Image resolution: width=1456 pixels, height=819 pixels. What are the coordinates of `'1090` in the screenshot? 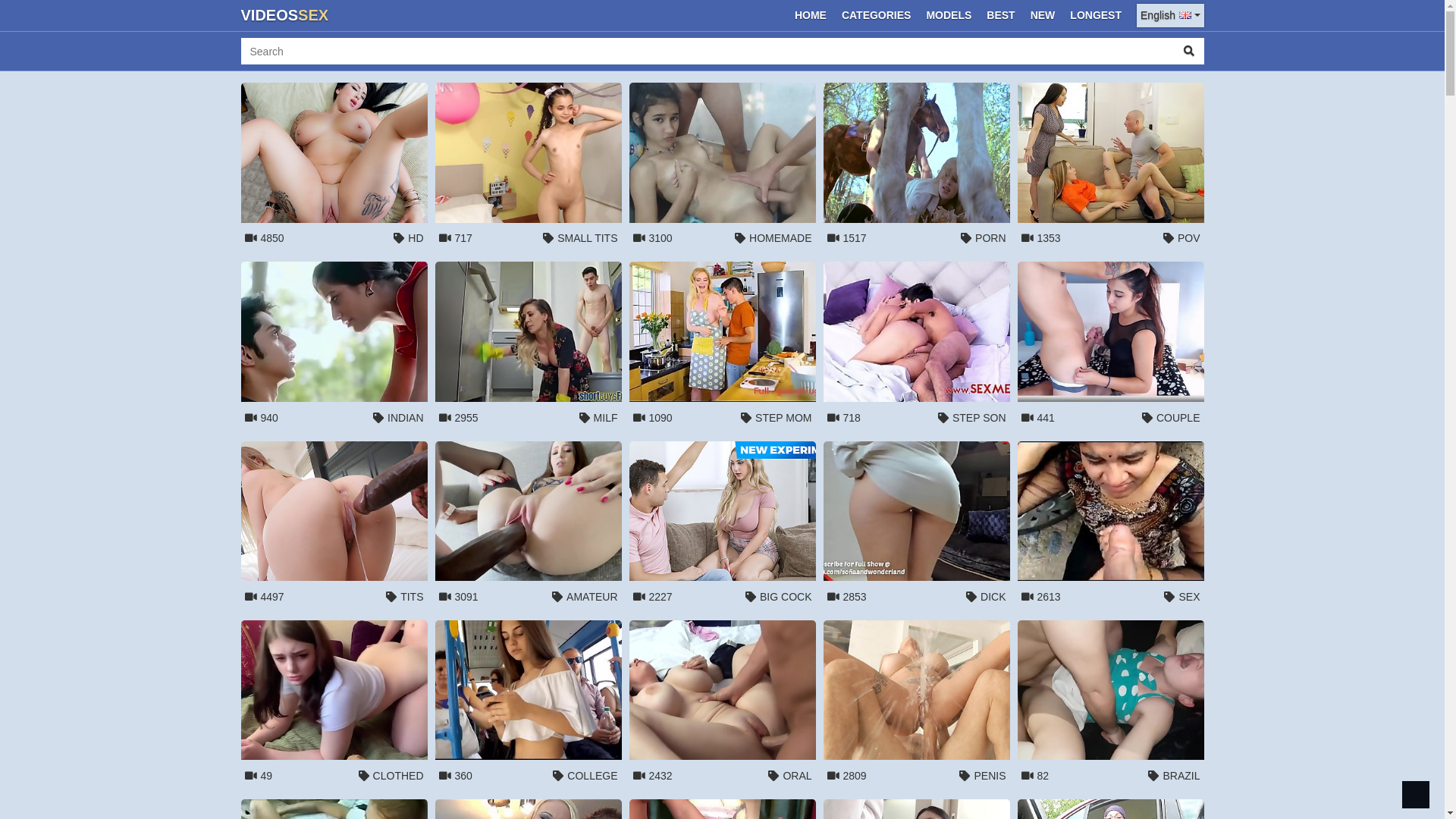 It's located at (722, 347).